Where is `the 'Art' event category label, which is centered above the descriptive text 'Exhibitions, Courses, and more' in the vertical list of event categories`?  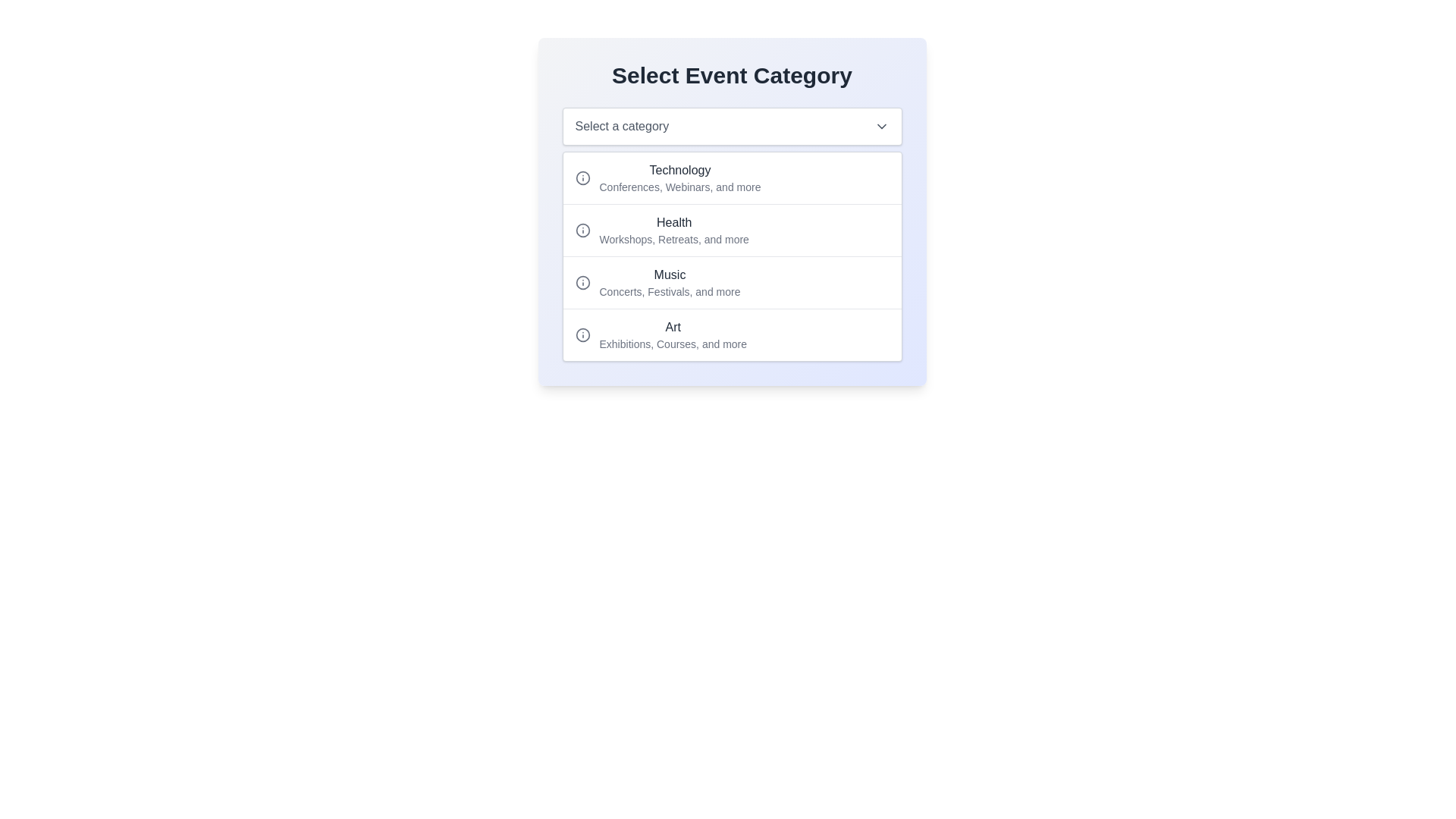
the 'Art' event category label, which is centered above the descriptive text 'Exhibitions, Courses, and more' in the vertical list of event categories is located at coordinates (672, 327).